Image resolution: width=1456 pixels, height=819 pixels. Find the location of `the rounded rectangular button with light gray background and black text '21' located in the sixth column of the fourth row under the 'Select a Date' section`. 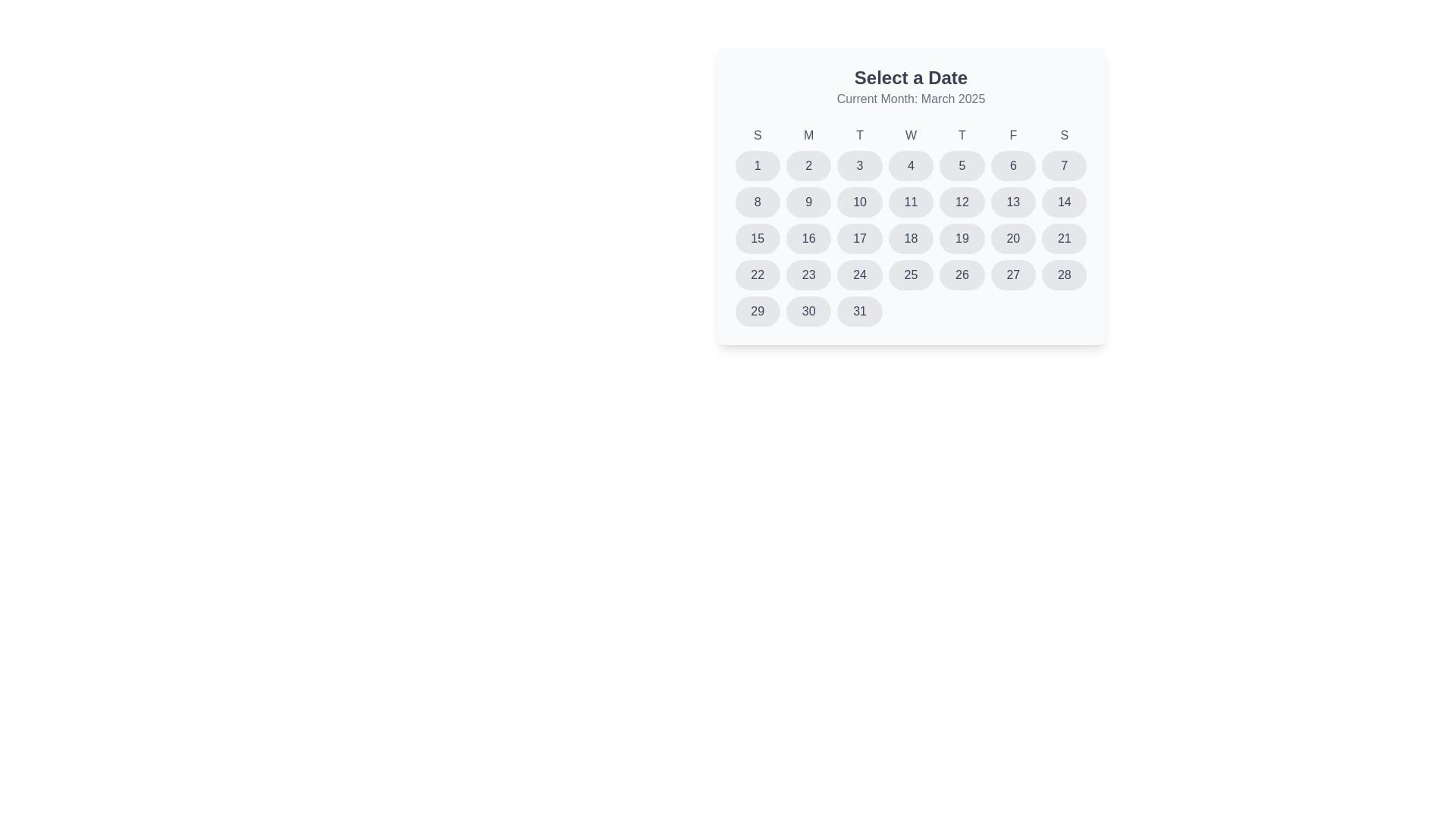

the rounded rectangular button with light gray background and black text '21' located in the sixth column of the fourth row under the 'Select a Date' section is located at coordinates (1063, 239).